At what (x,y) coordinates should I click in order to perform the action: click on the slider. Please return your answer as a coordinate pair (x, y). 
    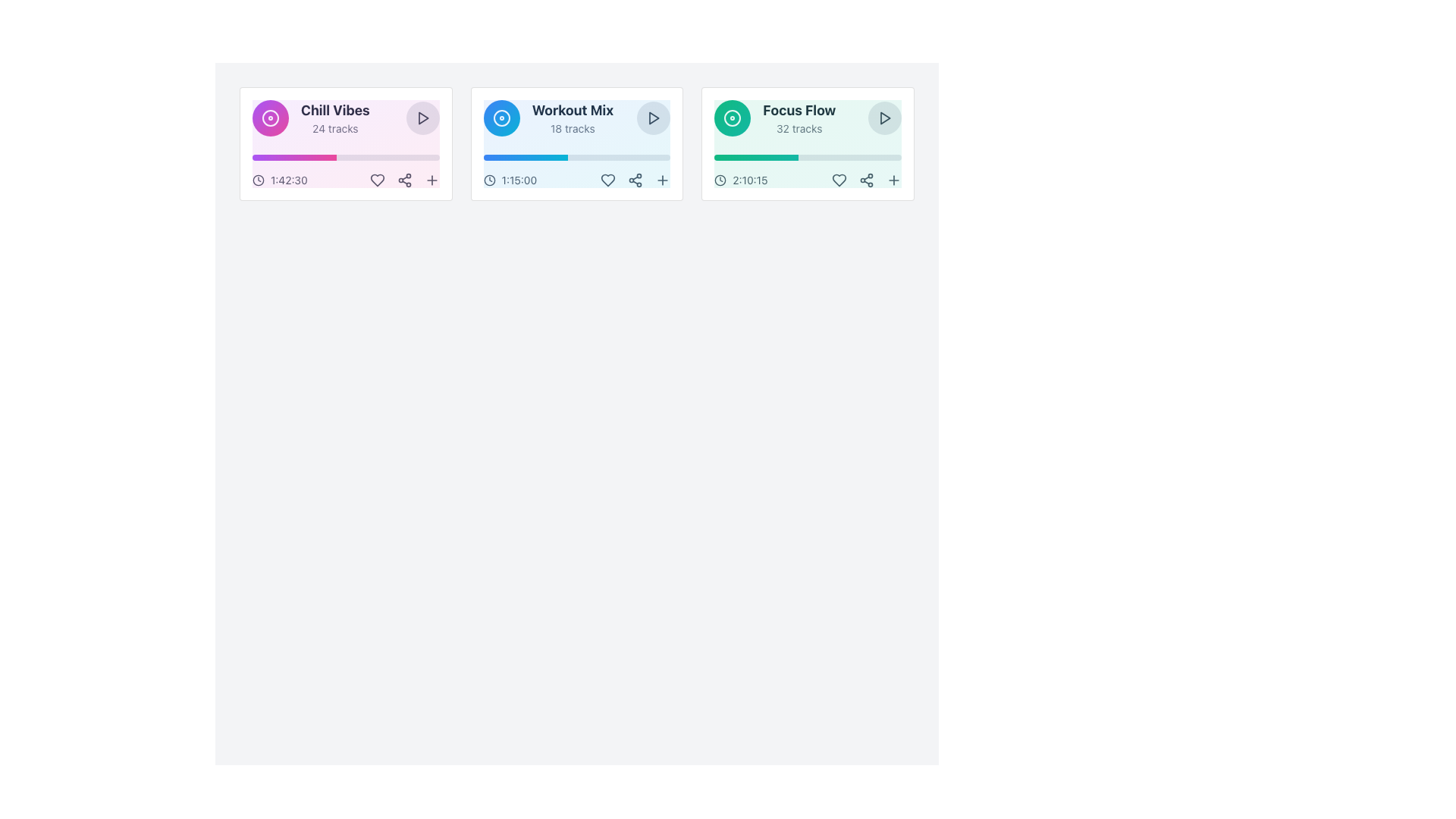
    Looking at the image, I should click on (548, 158).